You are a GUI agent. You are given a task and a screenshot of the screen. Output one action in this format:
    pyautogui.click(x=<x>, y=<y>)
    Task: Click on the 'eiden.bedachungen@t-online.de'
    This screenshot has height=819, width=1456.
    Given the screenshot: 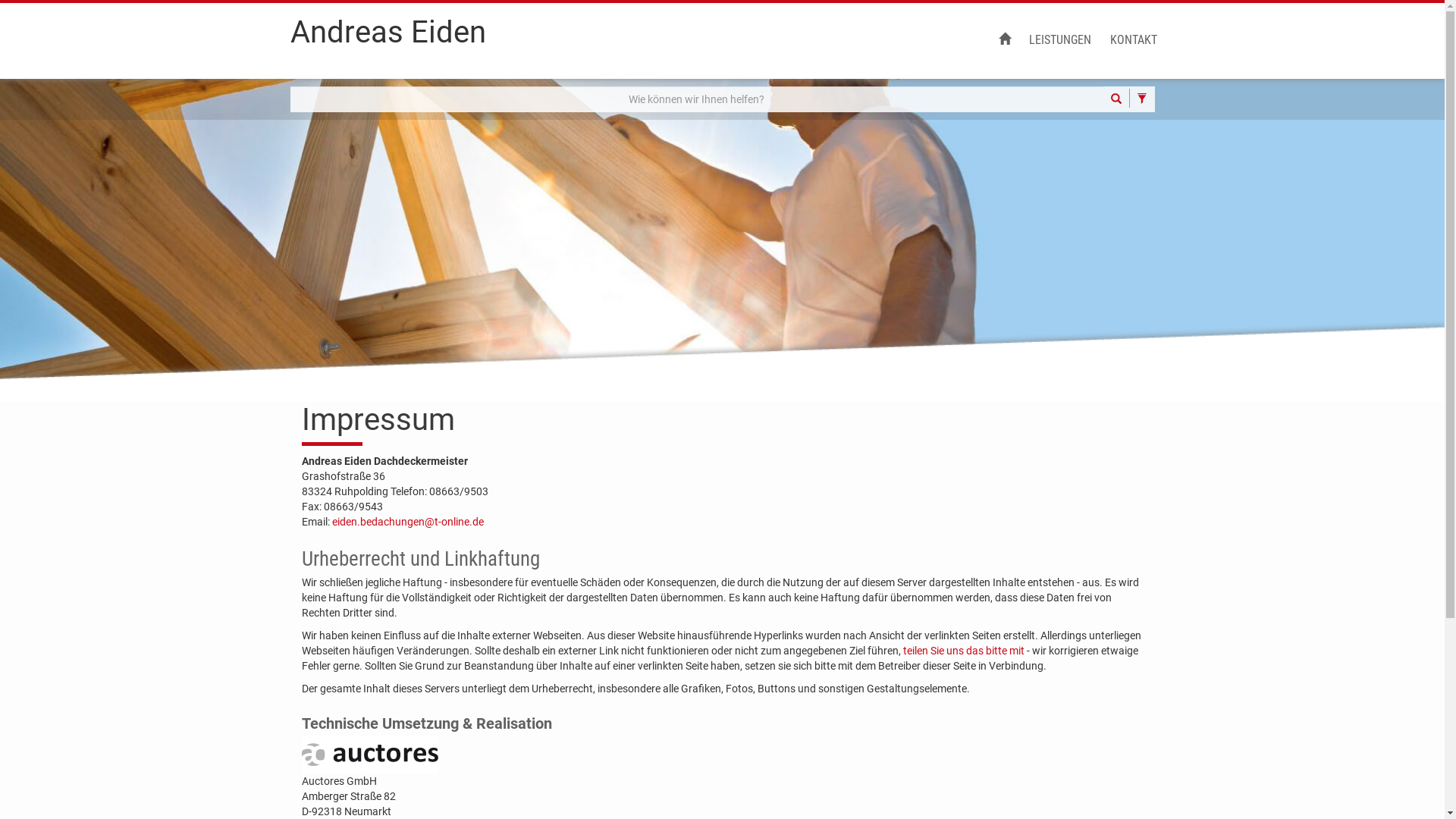 What is the action you would take?
    pyautogui.click(x=407, y=520)
    